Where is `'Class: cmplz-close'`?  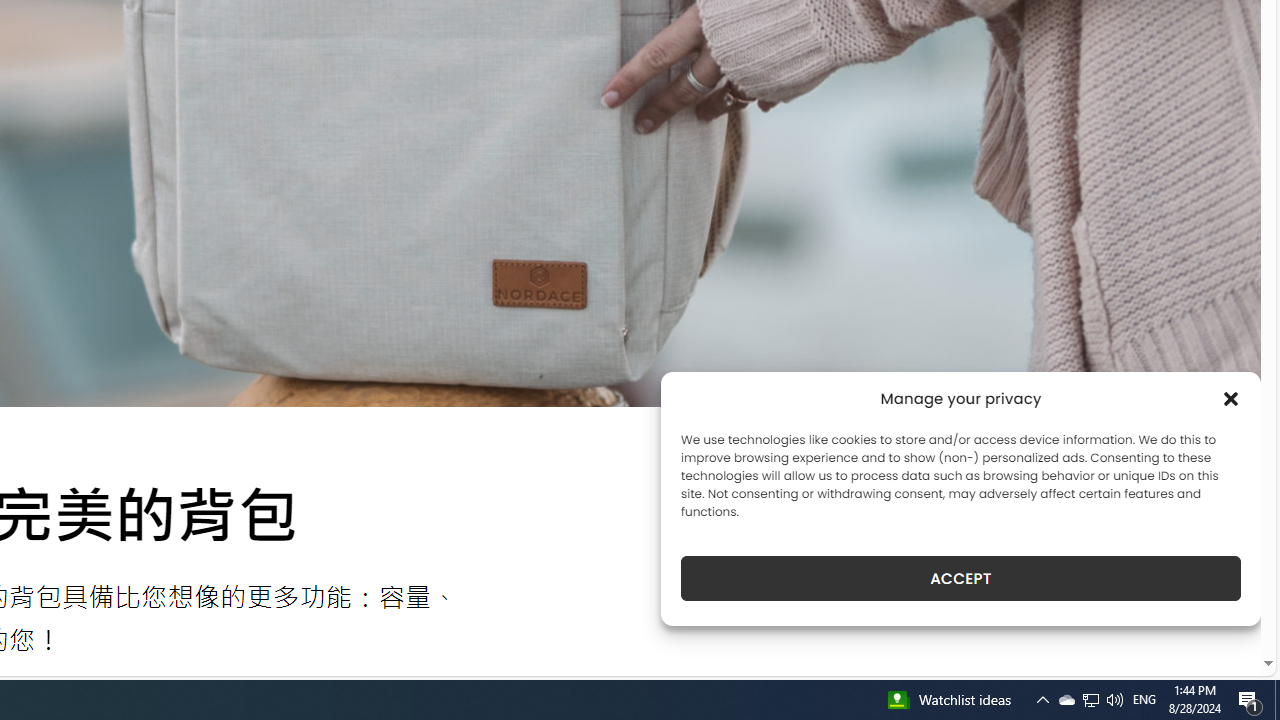 'Class: cmplz-close' is located at coordinates (1230, 398).